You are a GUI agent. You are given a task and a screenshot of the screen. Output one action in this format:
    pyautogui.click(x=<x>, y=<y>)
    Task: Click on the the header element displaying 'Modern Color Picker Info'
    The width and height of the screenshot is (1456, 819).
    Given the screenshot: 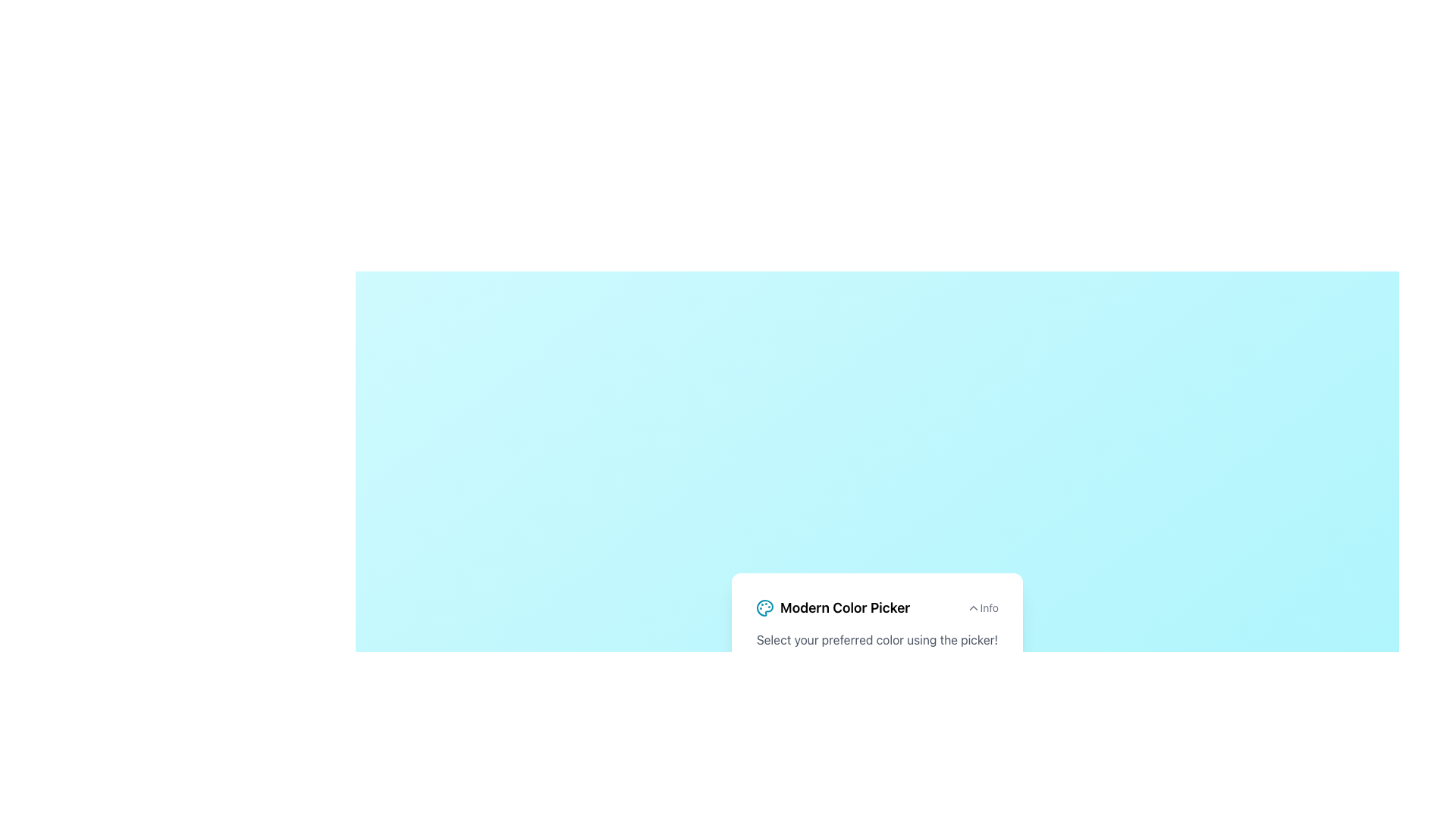 What is the action you would take?
    pyautogui.click(x=877, y=607)
    